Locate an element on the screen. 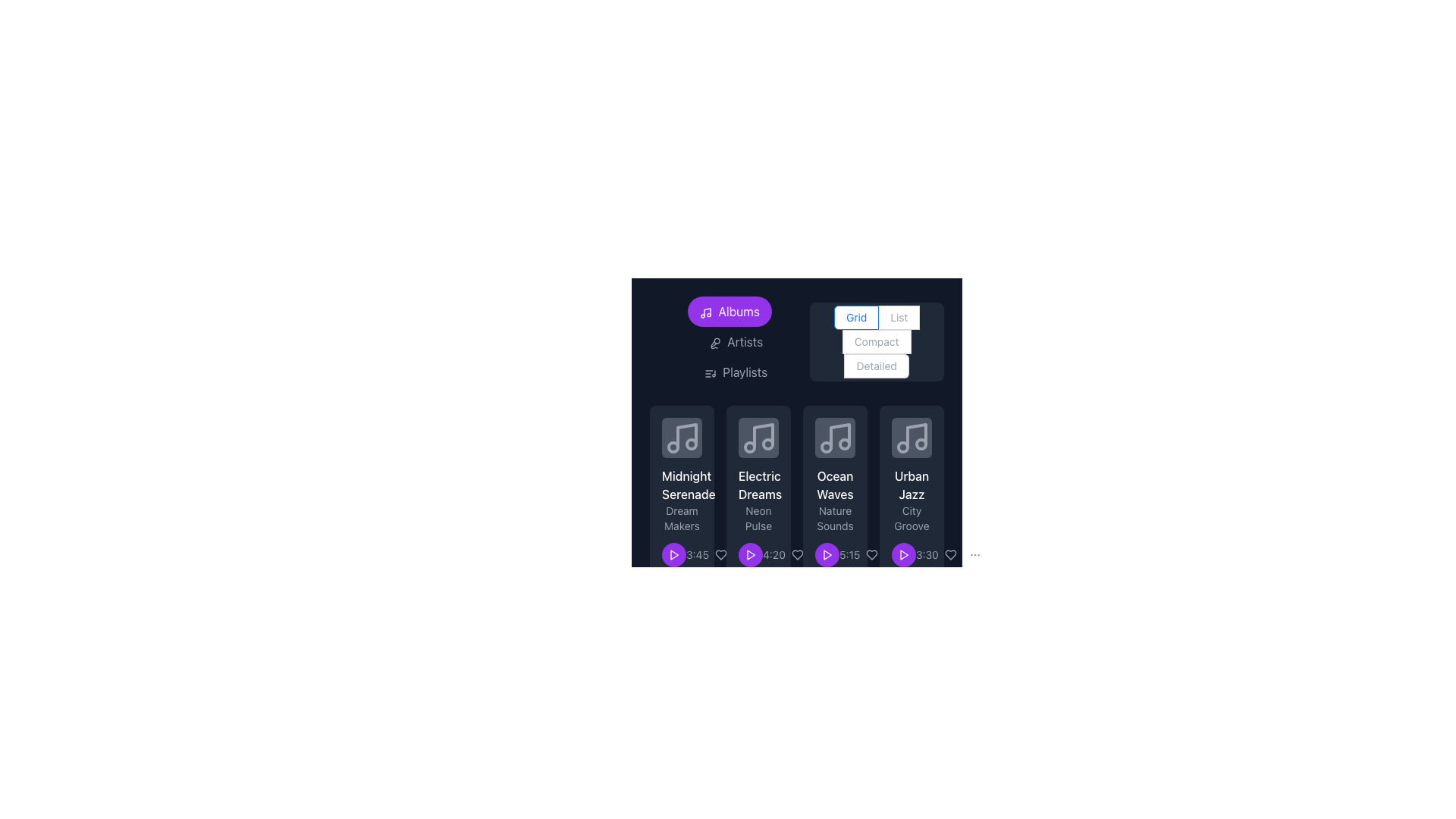  the 'Grid' radio button which is the first in a group of four options for view mode selection, located at the top-right section of the interface is located at coordinates (856, 317).